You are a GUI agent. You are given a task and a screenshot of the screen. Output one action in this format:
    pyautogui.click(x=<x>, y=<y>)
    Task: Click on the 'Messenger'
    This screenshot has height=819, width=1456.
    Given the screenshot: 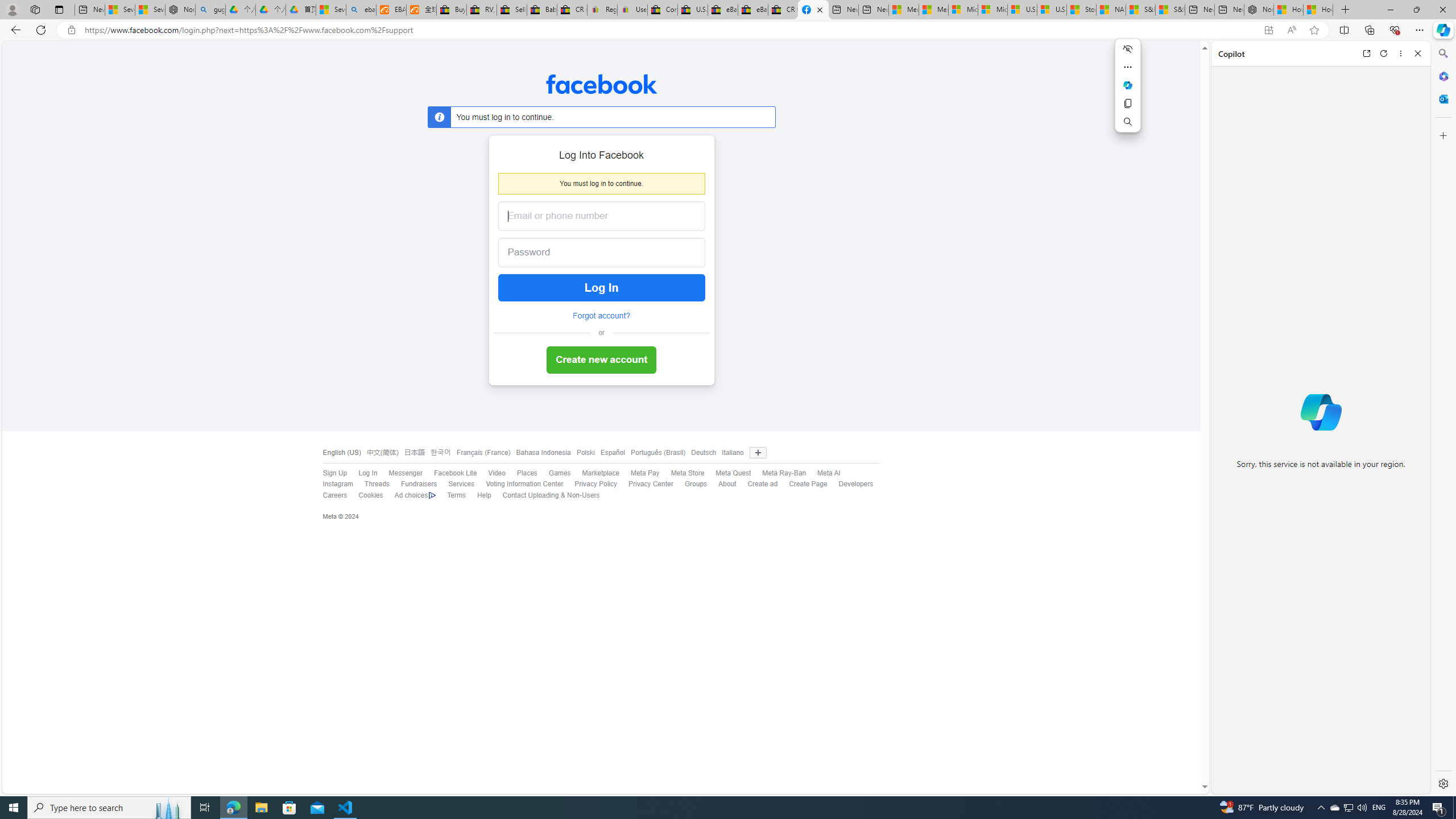 What is the action you would take?
    pyautogui.click(x=405, y=473)
    